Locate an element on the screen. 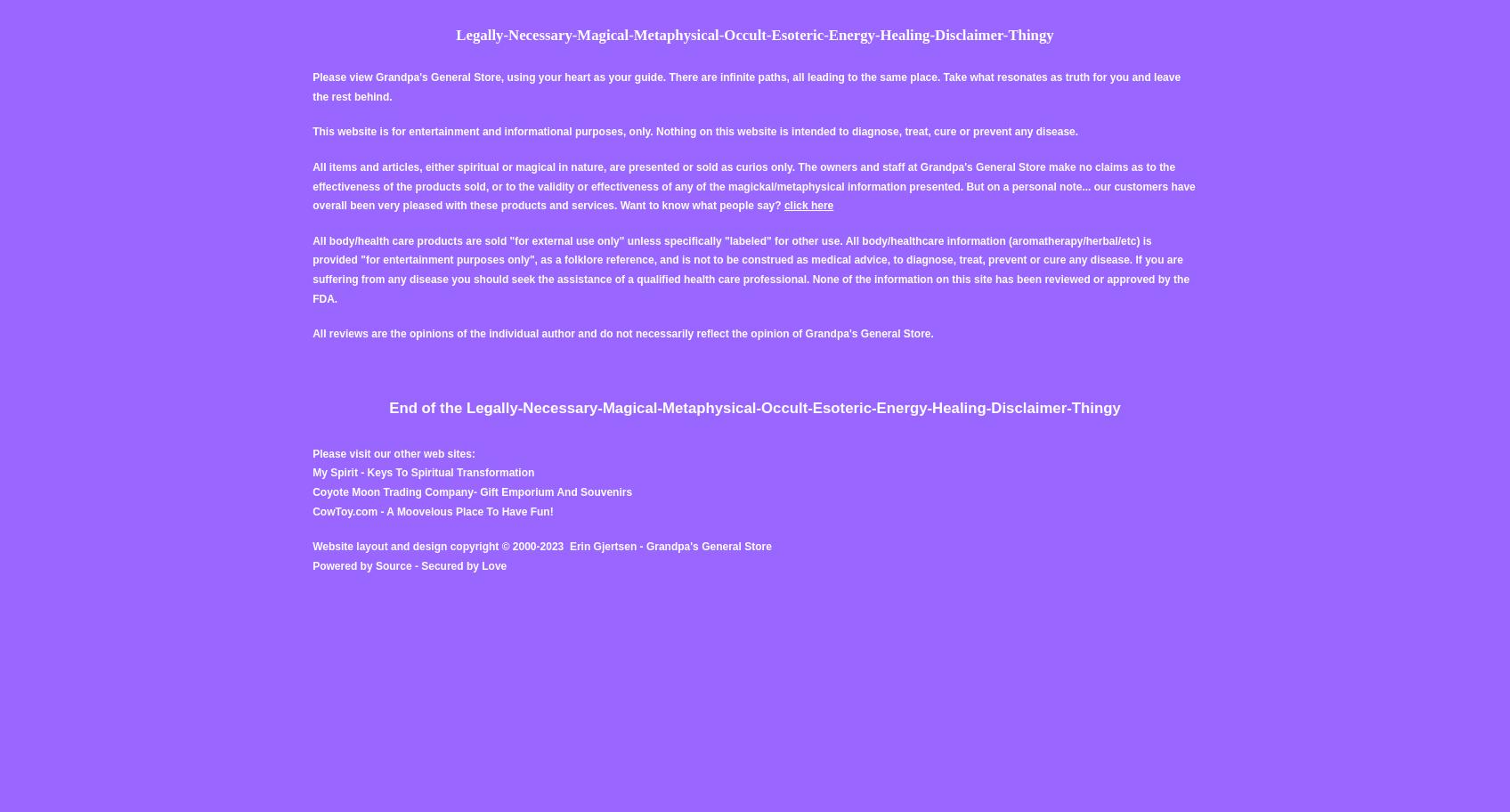  'End of the Legally-Necessary-Magical-Metaphysical-Occult-Esoteric-Energy-Healing-Disclaimer-Thingy' is located at coordinates (389, 408).